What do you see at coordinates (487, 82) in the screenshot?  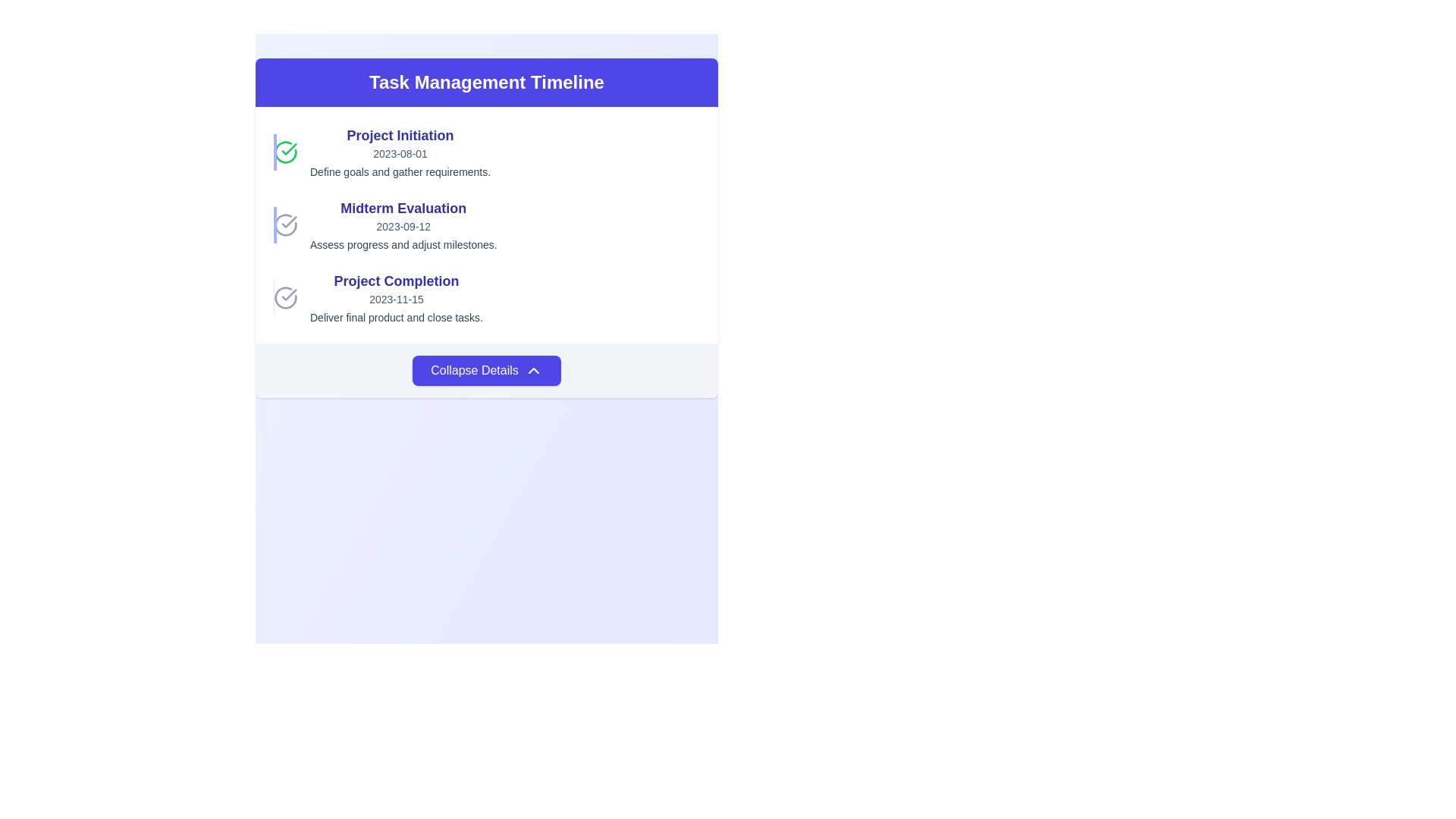 I see `the Text display header with the centered text 'Task Management Timeline' that has a vibrant indigo background and is styled with rounded top corners` at bounding box center [487, 82].